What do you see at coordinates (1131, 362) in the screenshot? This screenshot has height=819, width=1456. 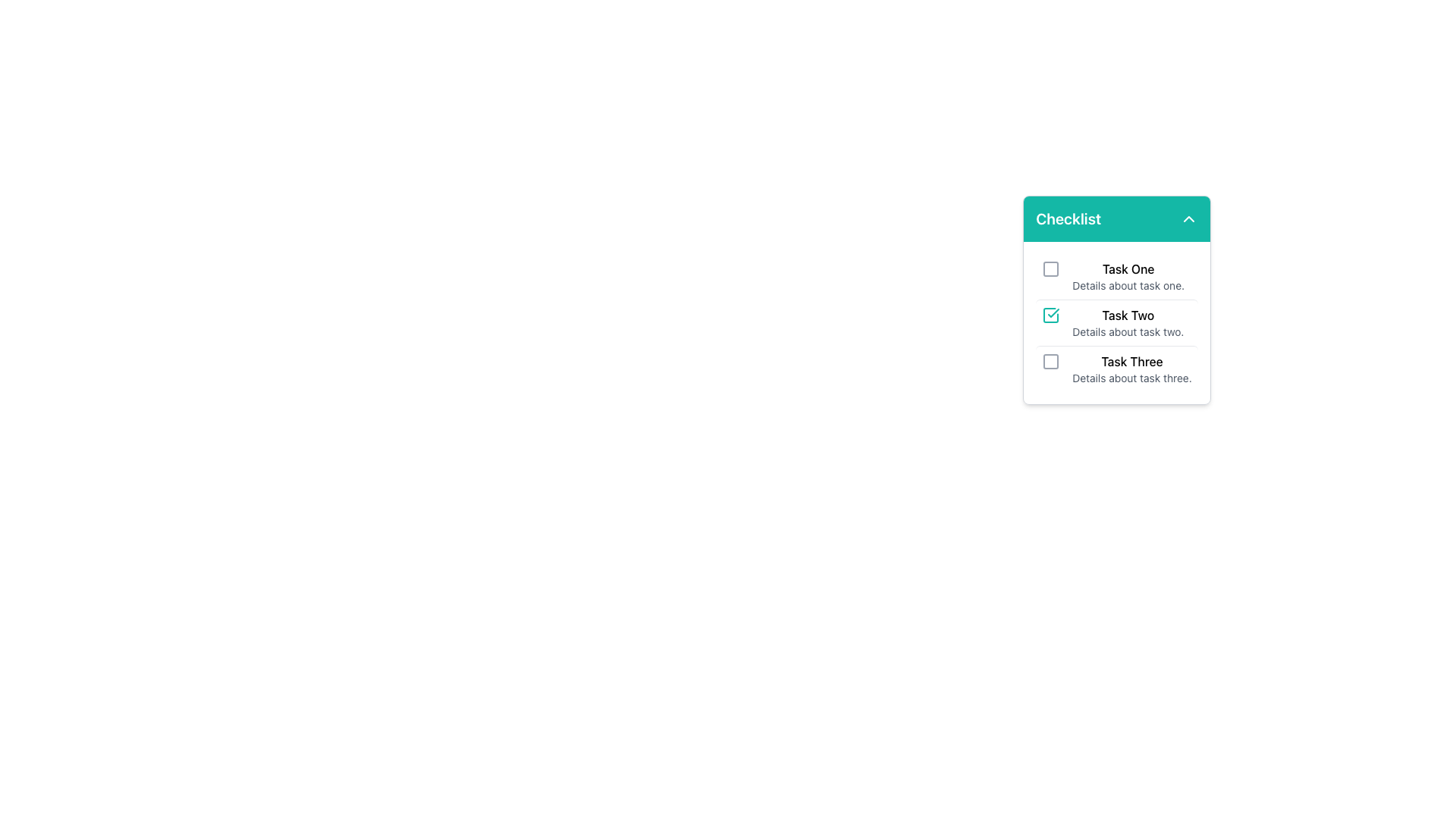 I see `the text label displaying 'Task Three' in bold font style, which is part of a checklist interface and is located towards the bottom of the list` at bounding box center [1131, 362].